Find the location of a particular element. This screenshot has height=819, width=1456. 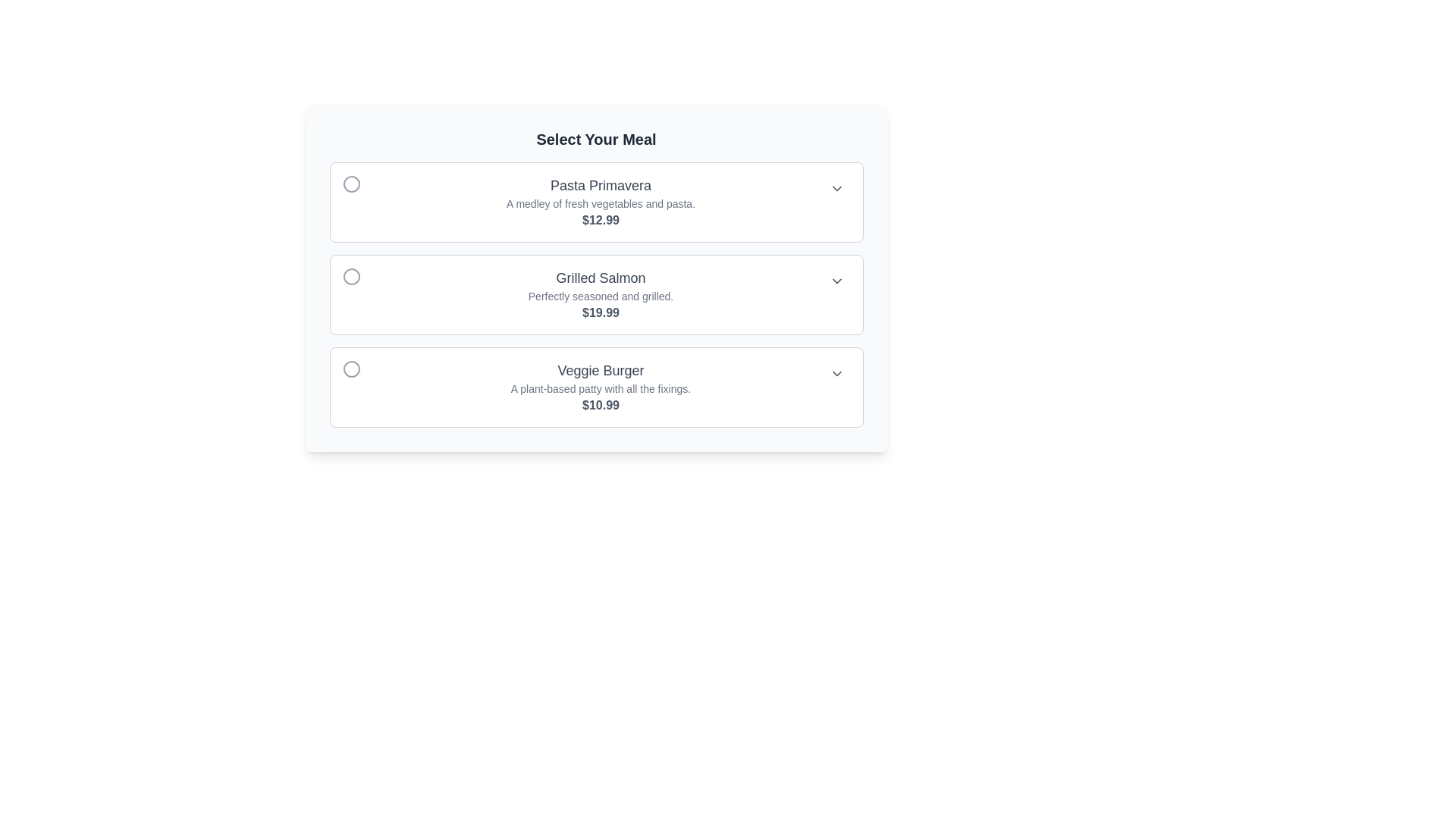

the circular icon for the 'Veggie Burger' option, which is part of a radio button UI component located towards the left of the descriptive text is located at coordinates (350, 369).